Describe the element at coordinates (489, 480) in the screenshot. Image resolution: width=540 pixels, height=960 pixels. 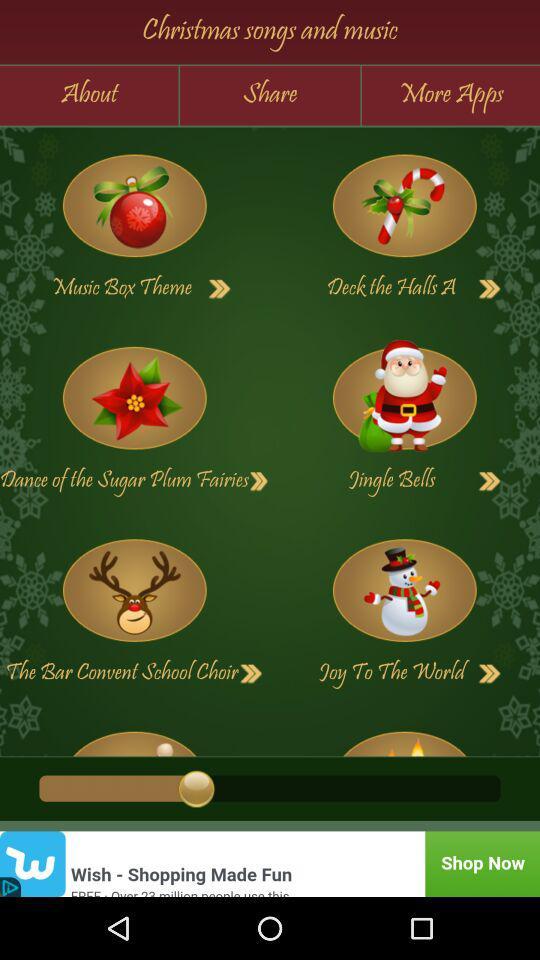
I see `next` at that location.